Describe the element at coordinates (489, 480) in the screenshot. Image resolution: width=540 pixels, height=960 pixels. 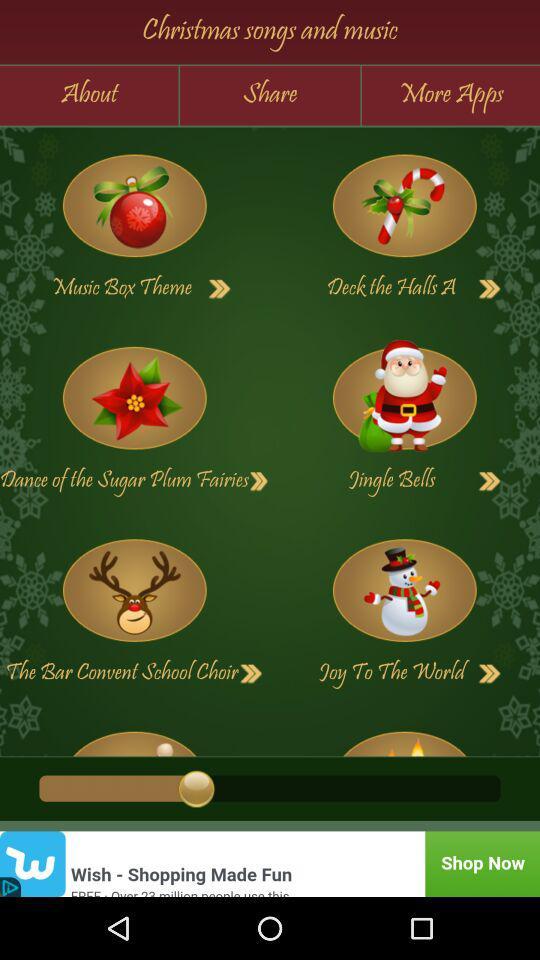
I see `next` at that location.